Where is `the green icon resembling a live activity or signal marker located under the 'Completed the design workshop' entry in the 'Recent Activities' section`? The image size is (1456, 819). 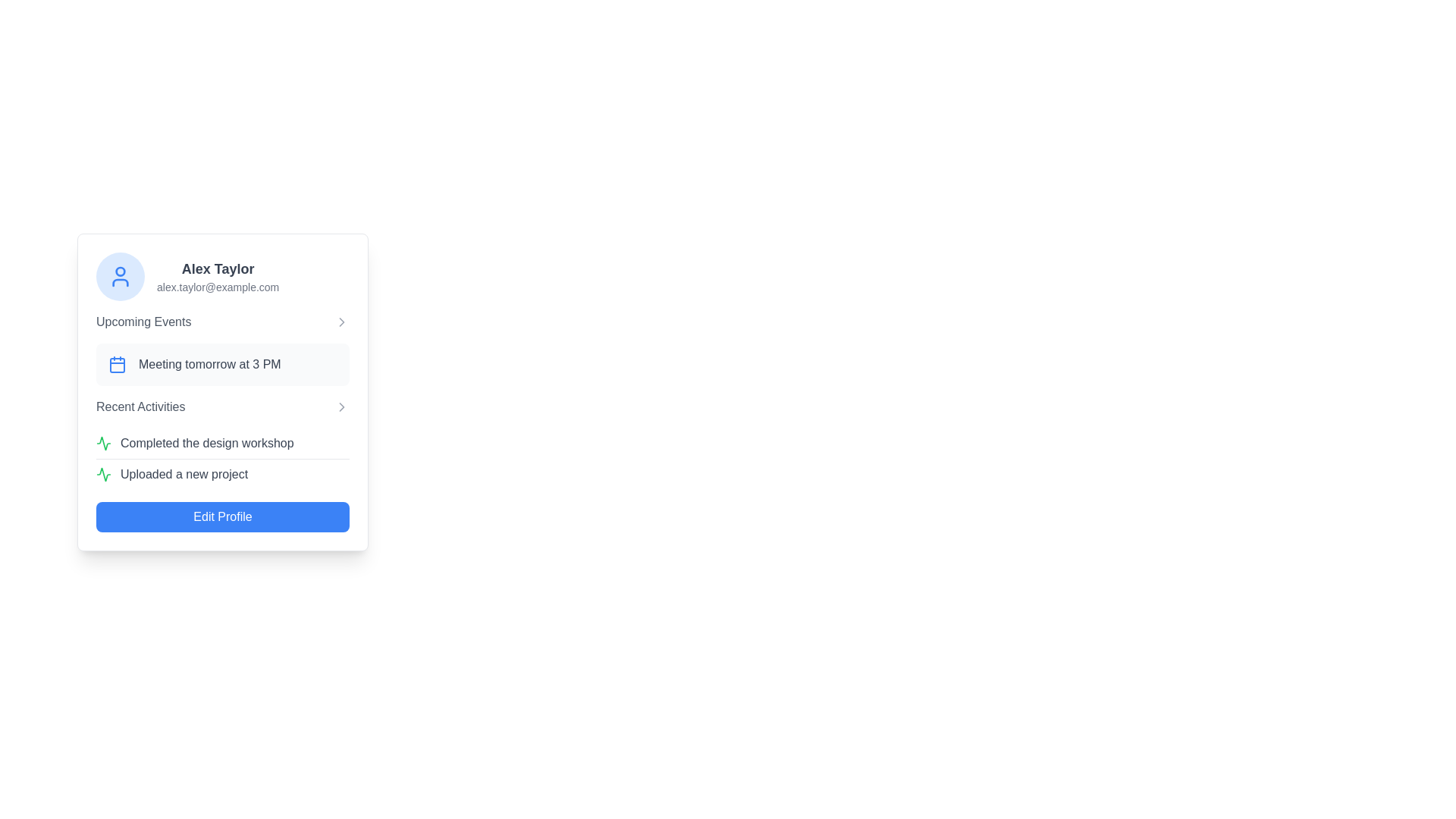
the green icon resembling a live activity or signal marker located under the 'Completed the design workshop' entry in the 'Recent Activities' section is located at coordinates (103, 444).